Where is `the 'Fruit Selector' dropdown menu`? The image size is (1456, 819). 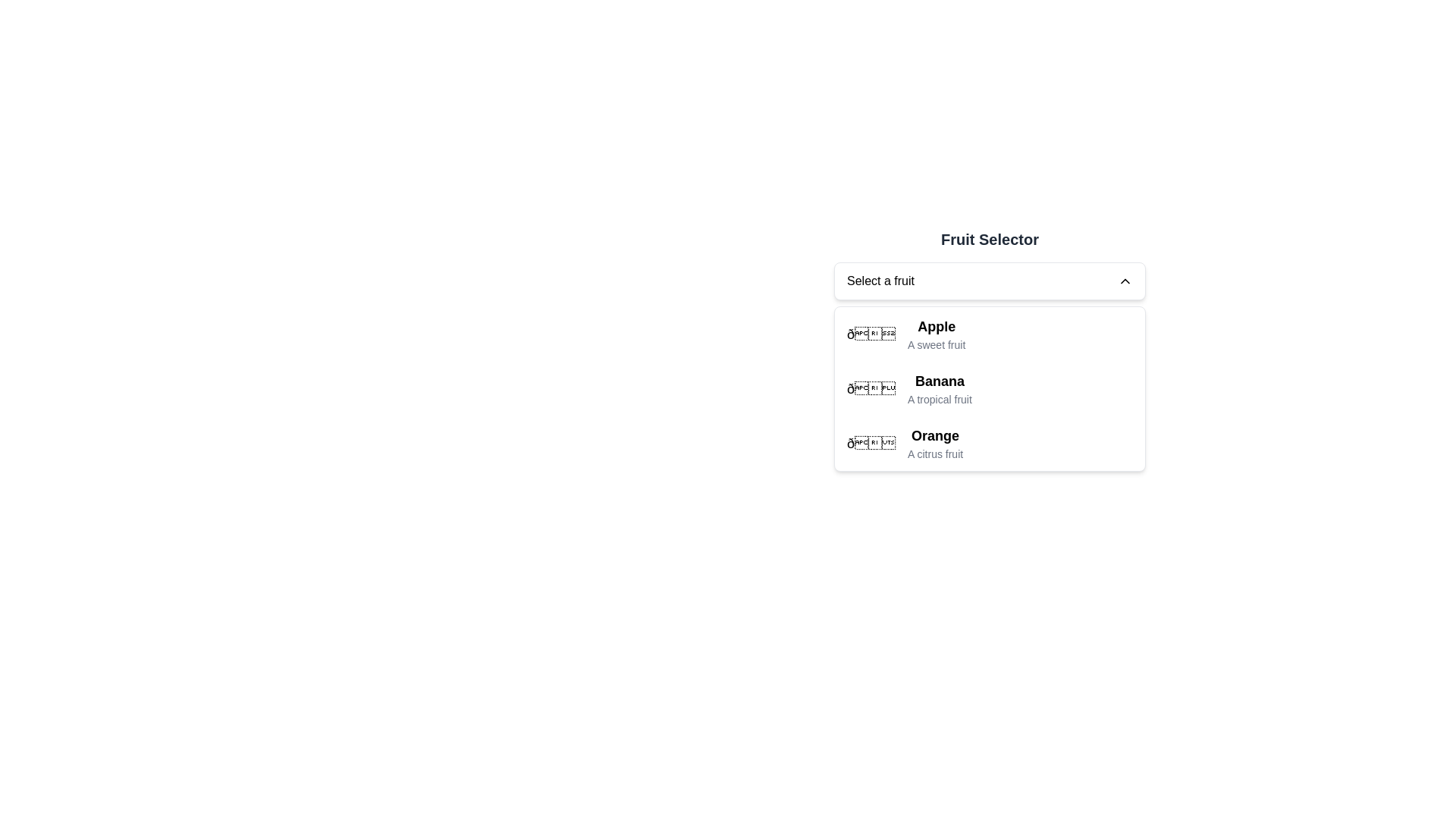 the 'Fruit Selector' dropdown menu is located at coordinates (990, 263).